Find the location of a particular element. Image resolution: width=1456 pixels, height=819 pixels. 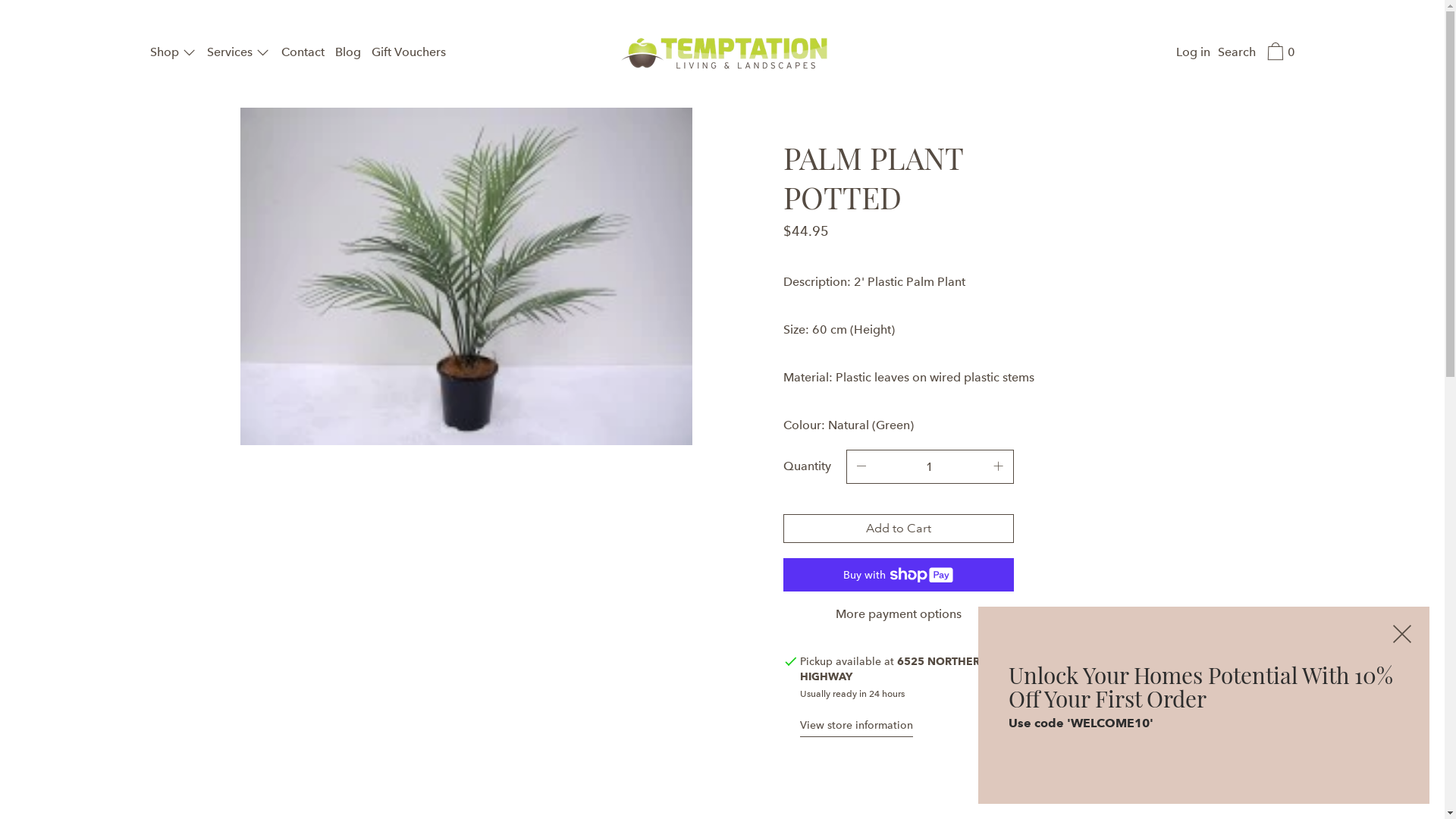

'0' is located at coordinates (1278, 52).